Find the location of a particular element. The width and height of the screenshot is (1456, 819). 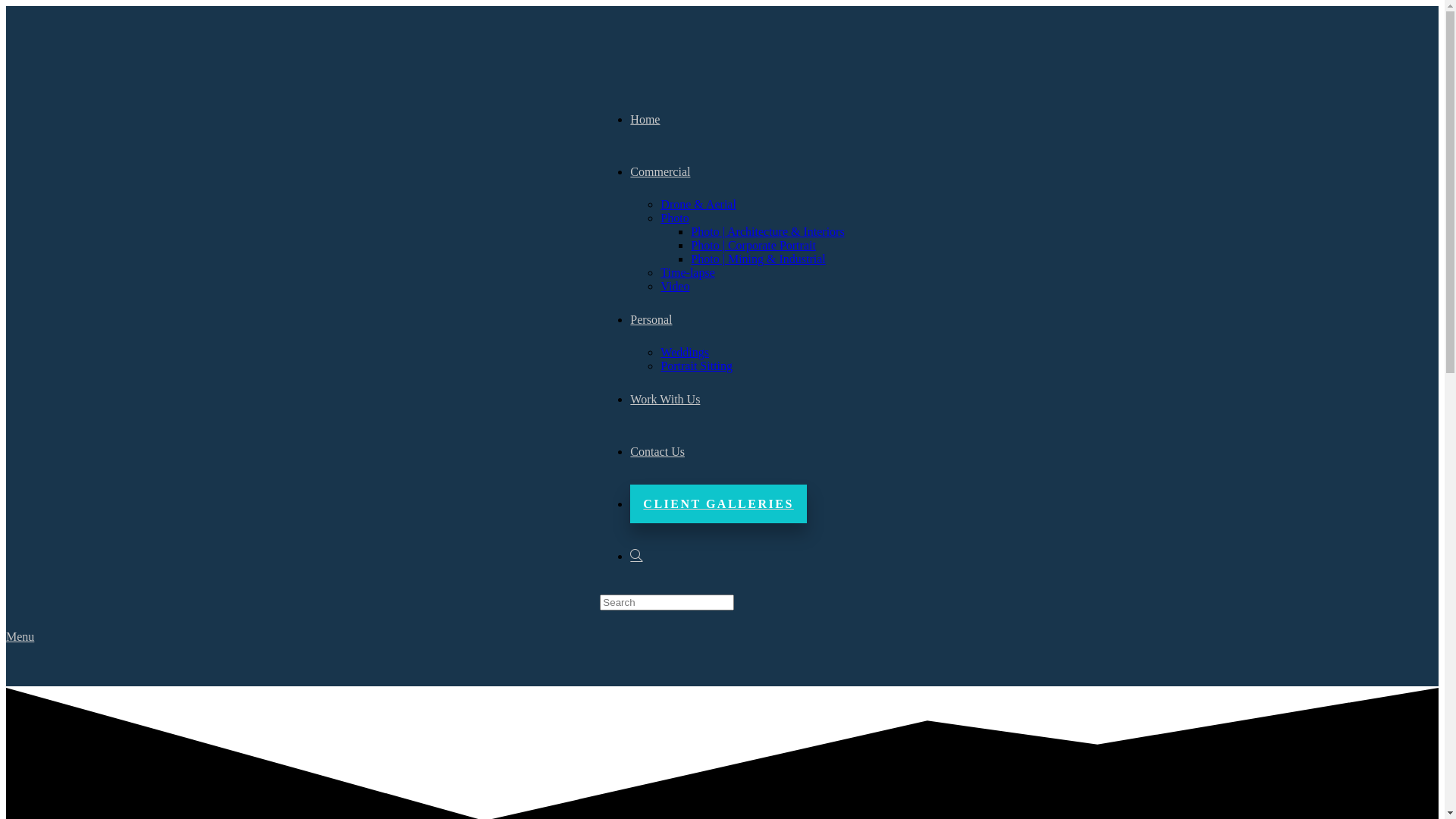

'Commercial' is located at coordinates (660, 171).